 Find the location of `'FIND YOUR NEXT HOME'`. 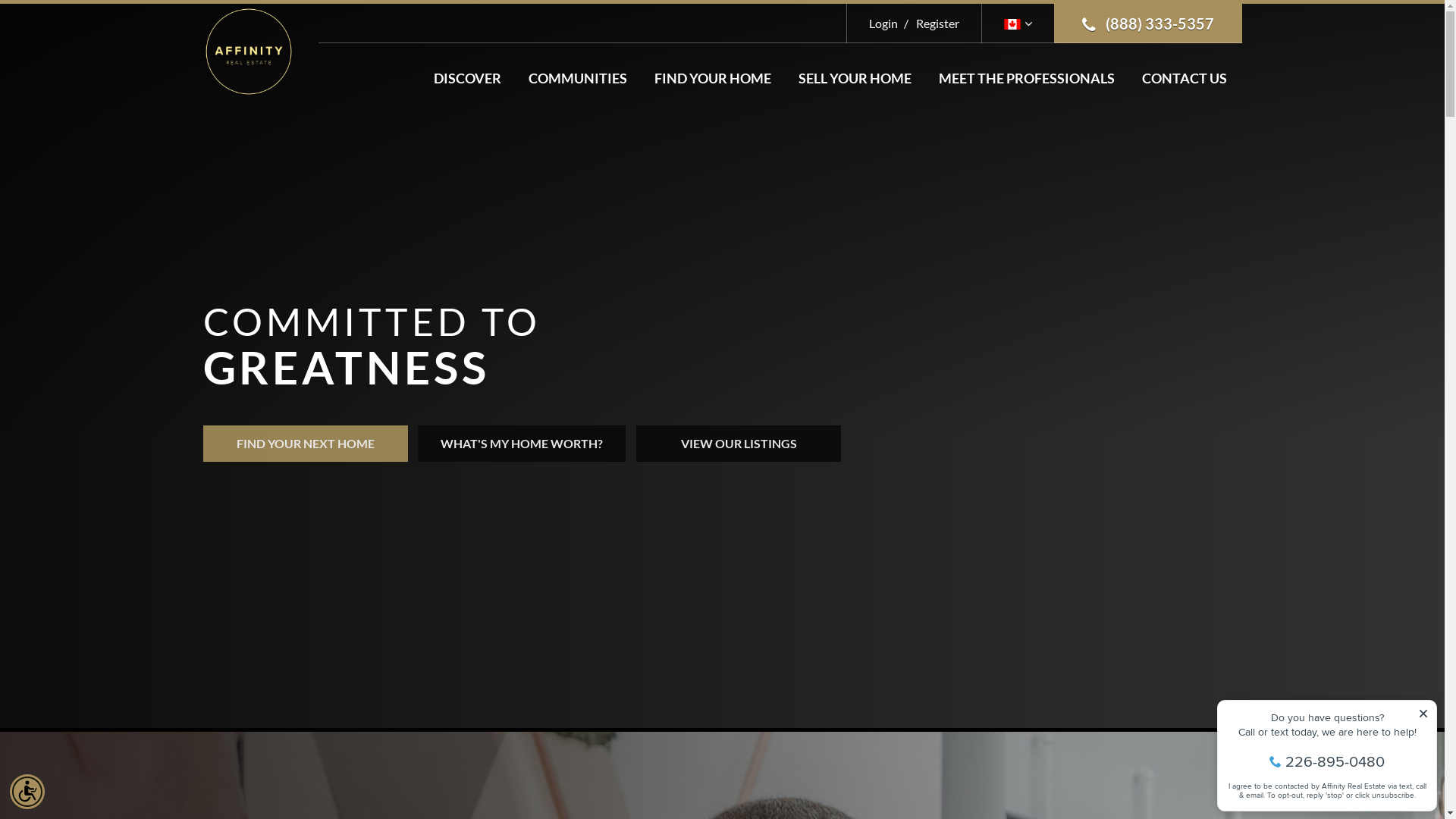

'FIND YOUR NEXT HOME' is located at coordinates (202, 444).